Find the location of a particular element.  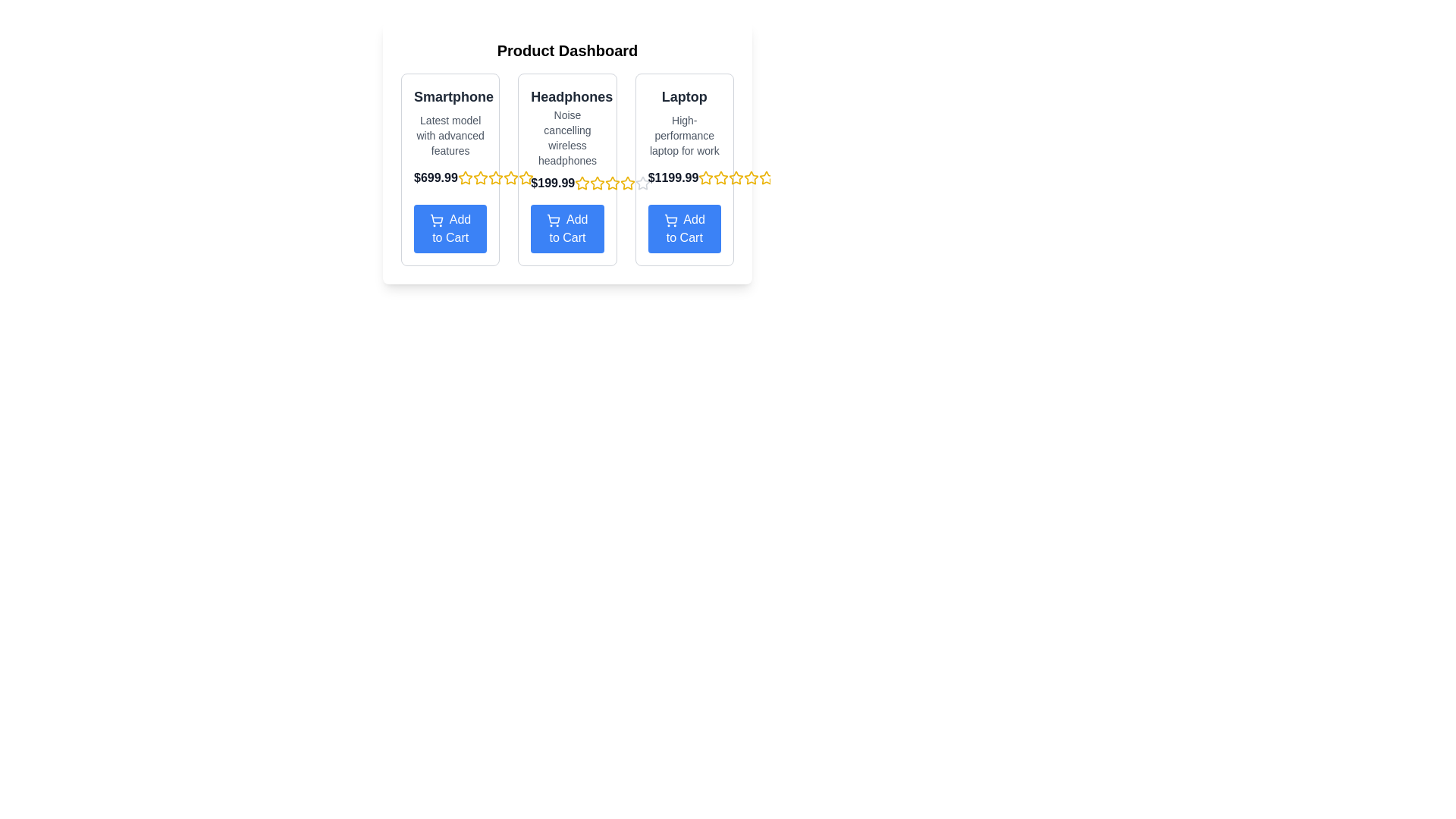

the fourth star-shaped icon is located at coordinates (510, 177).